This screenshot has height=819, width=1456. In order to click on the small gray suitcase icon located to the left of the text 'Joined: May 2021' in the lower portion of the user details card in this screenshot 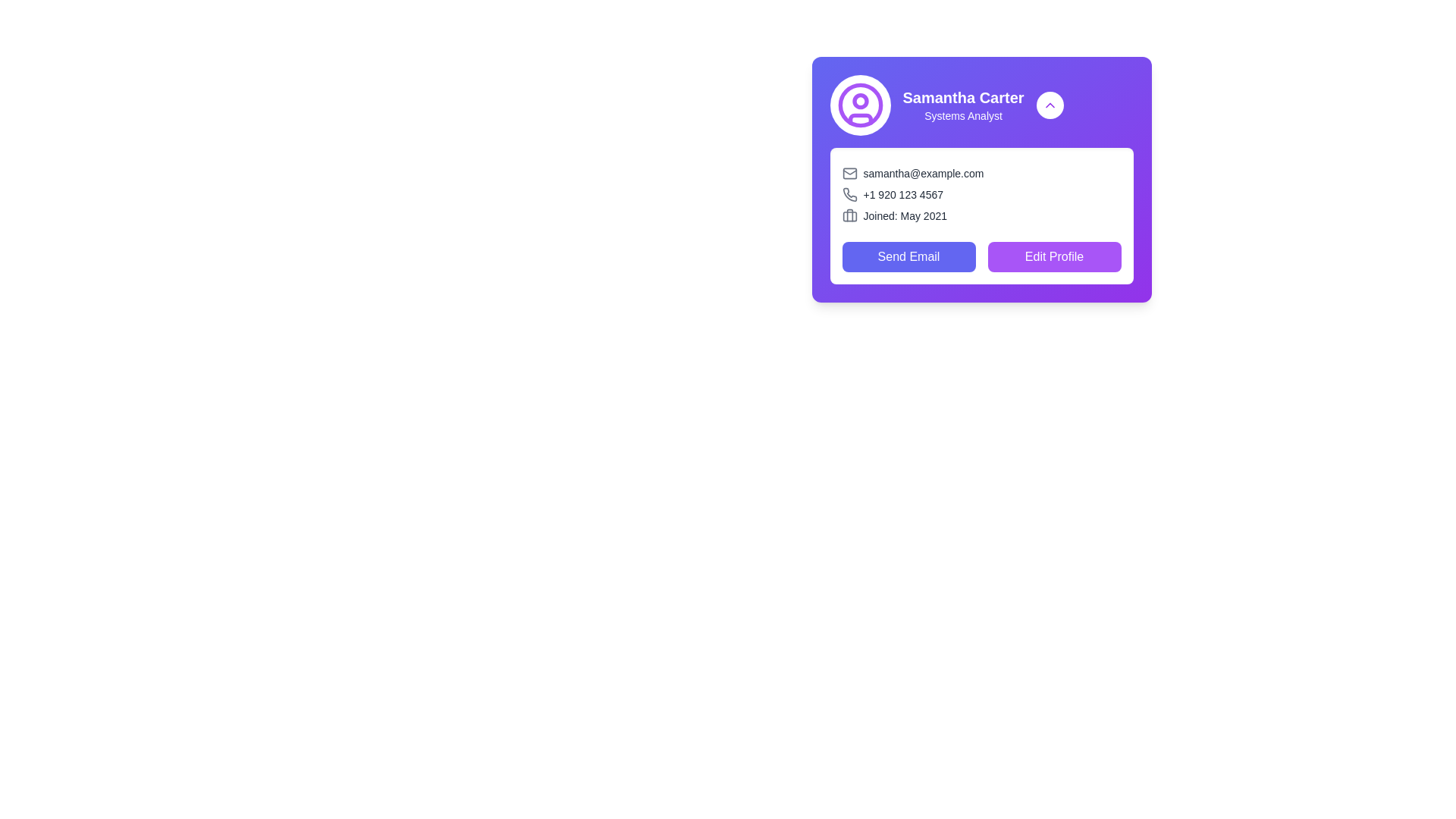, I will do `click(849, 216)`.